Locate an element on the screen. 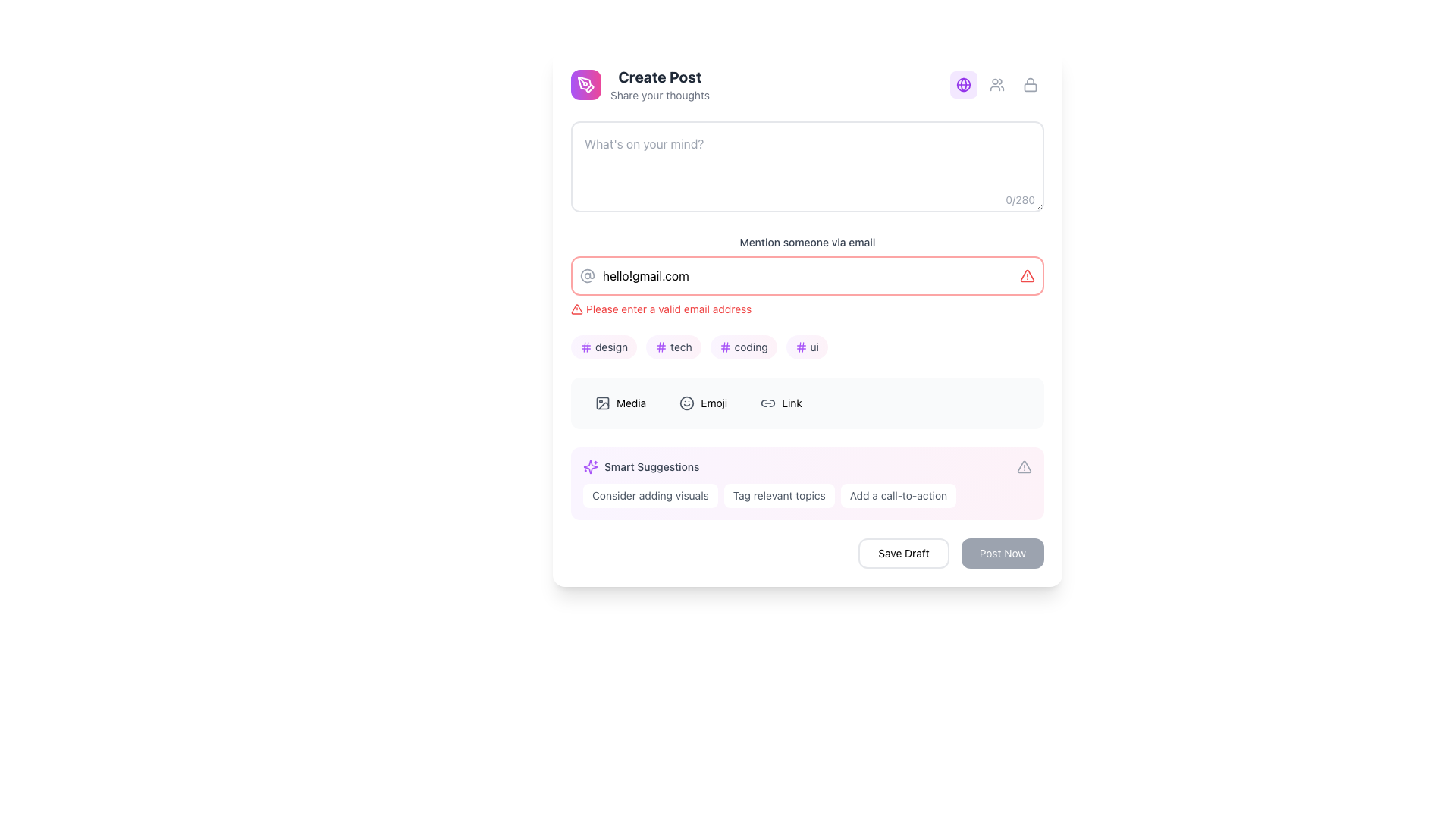  the circular gradient button with a pen tool icon located to the far left of the 'Create Post' section, adjacent to the text 'Create Post' is located at coordinates (585, 84).